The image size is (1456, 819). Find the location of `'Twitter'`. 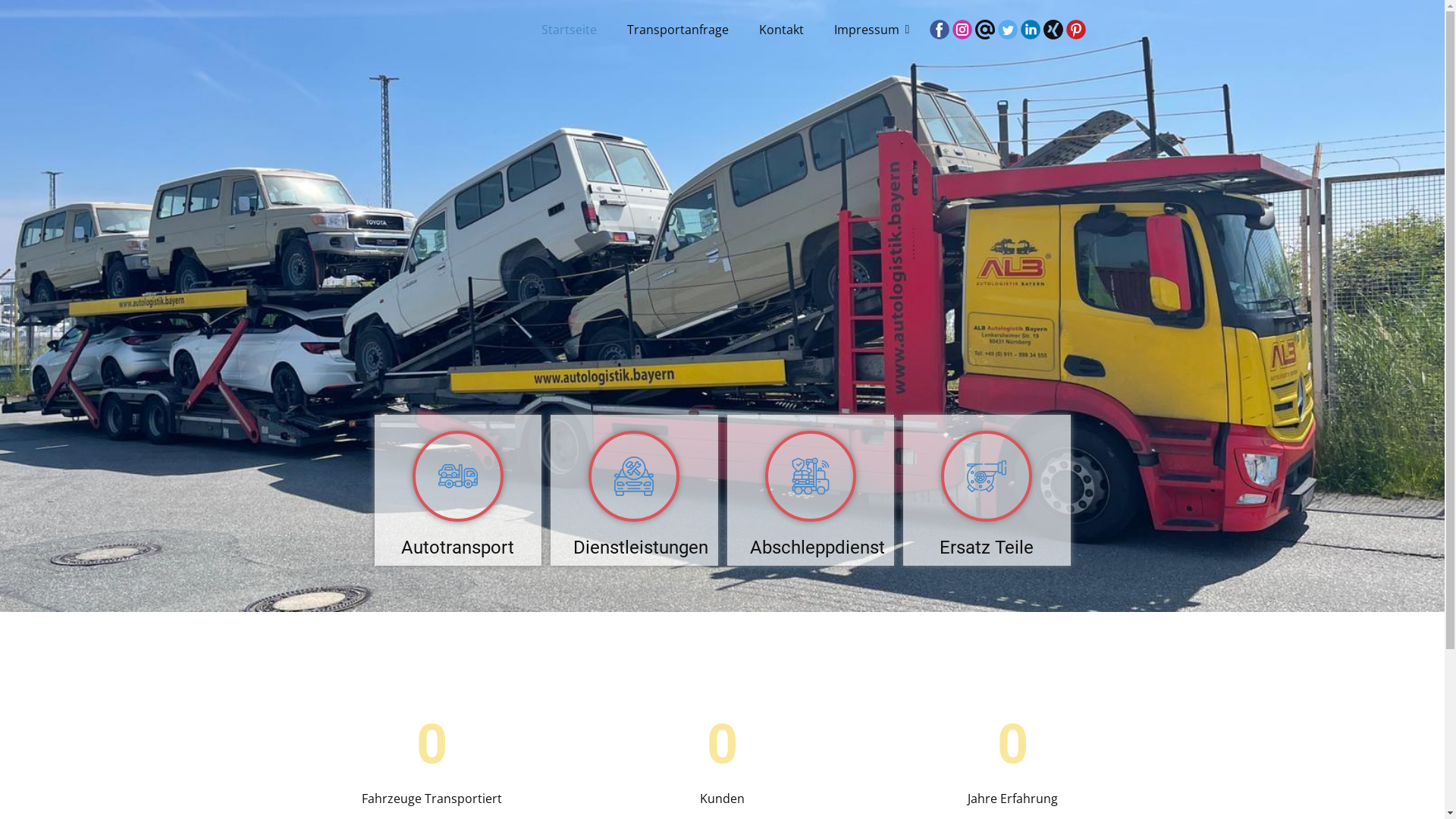

'Twitter' is located at coordinates (1008, 29).